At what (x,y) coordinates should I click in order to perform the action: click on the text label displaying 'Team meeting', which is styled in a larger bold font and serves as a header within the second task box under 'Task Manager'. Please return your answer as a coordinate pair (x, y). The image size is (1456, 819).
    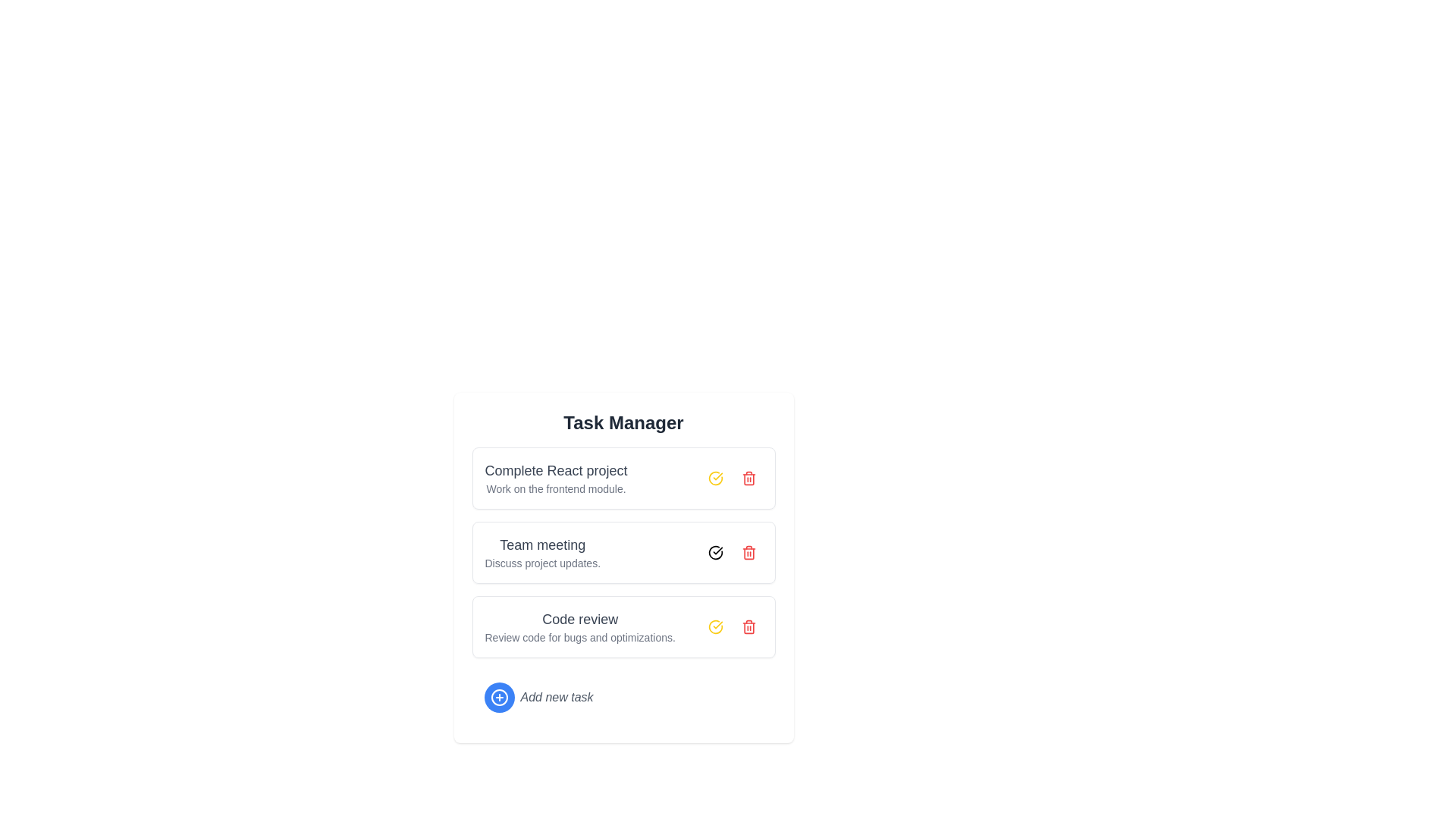
    Looking at the image, I should click on (542, 544).